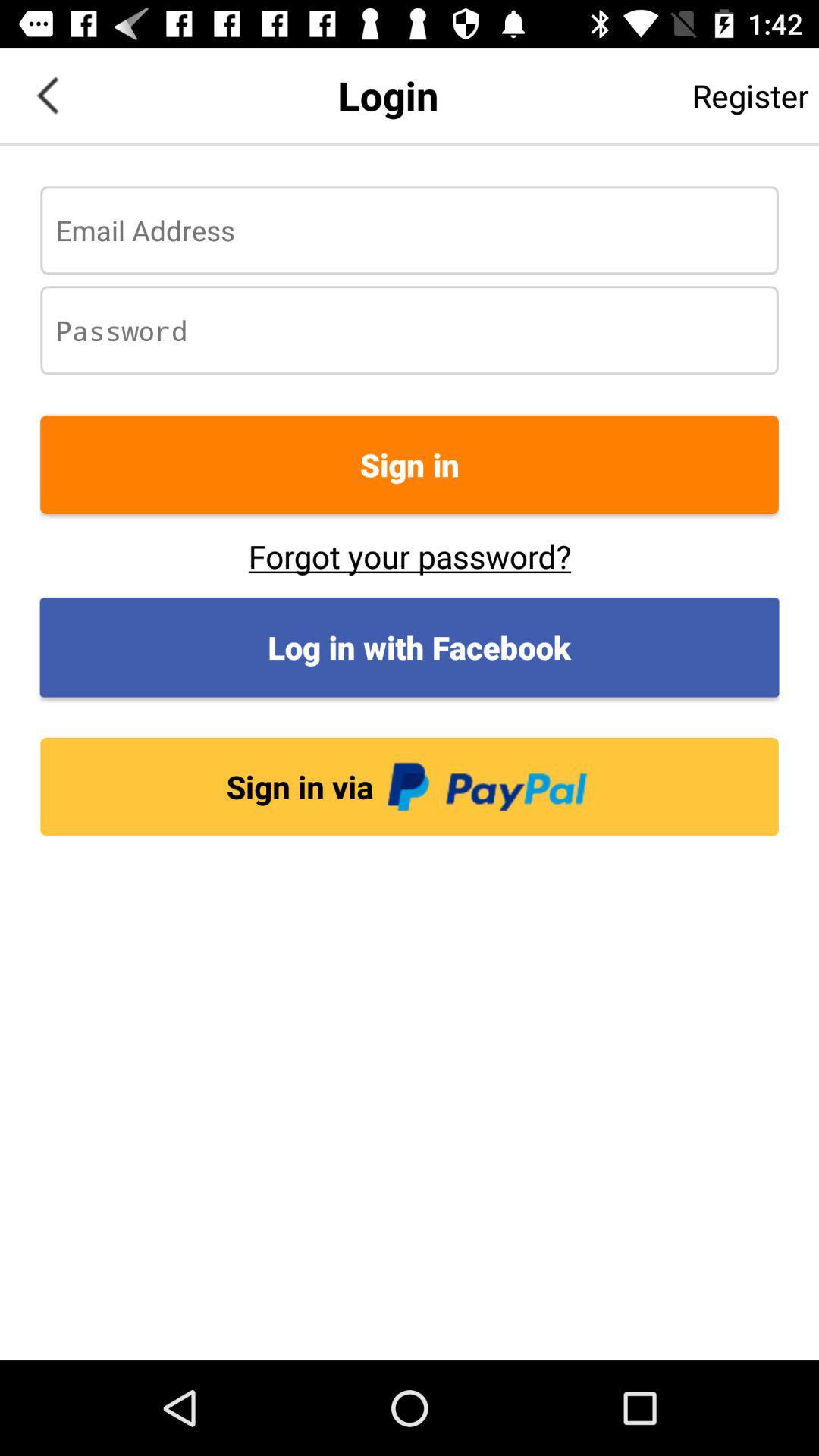 The height and width of the screenshot is (1456, 819). What do you see at coordinates (409, 555) in the screenshot?
I see `item above log in with item` at bounding box center [409, 555].